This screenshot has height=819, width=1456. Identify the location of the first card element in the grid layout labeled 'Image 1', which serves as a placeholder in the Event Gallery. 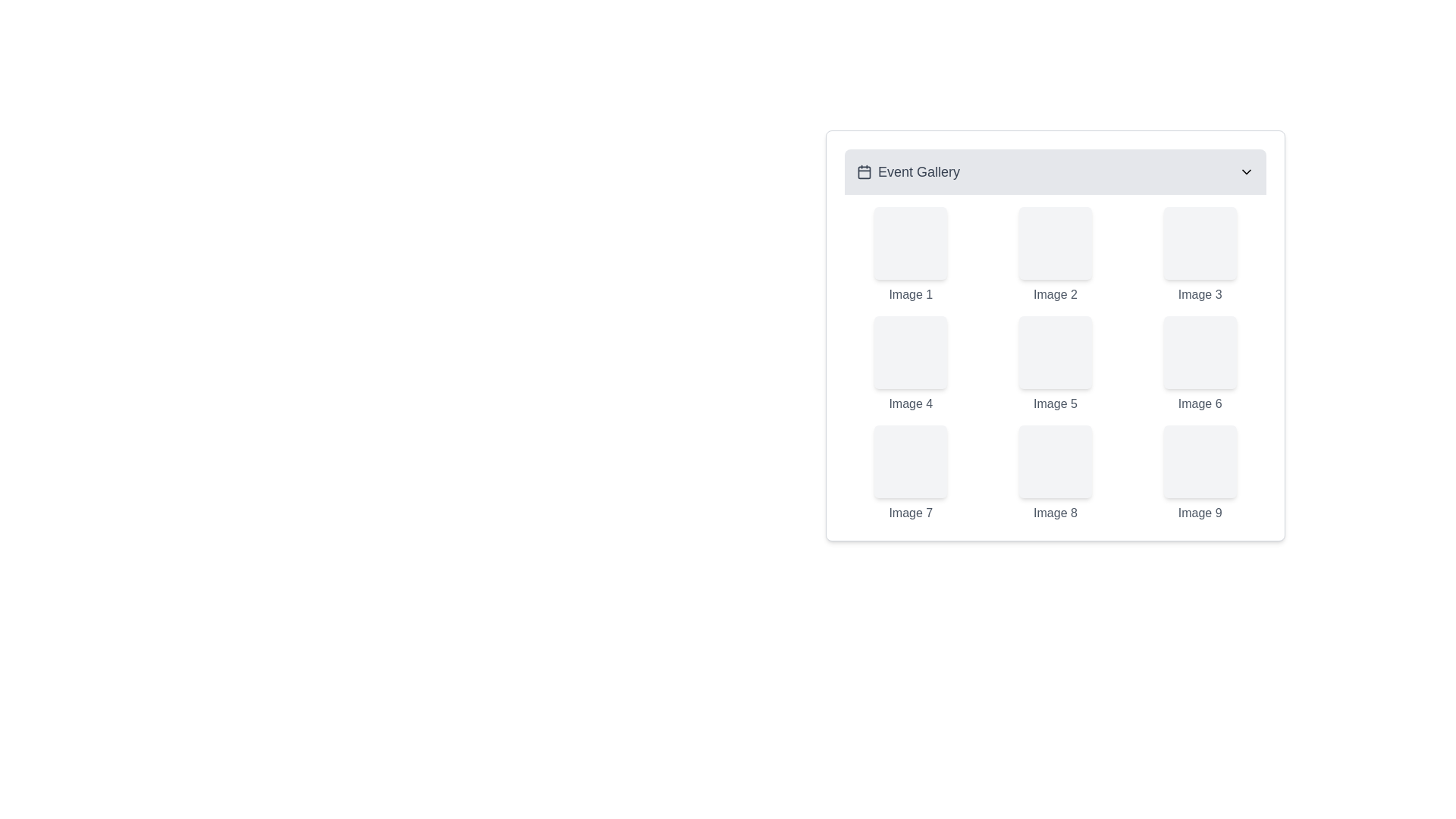
(910, 254).